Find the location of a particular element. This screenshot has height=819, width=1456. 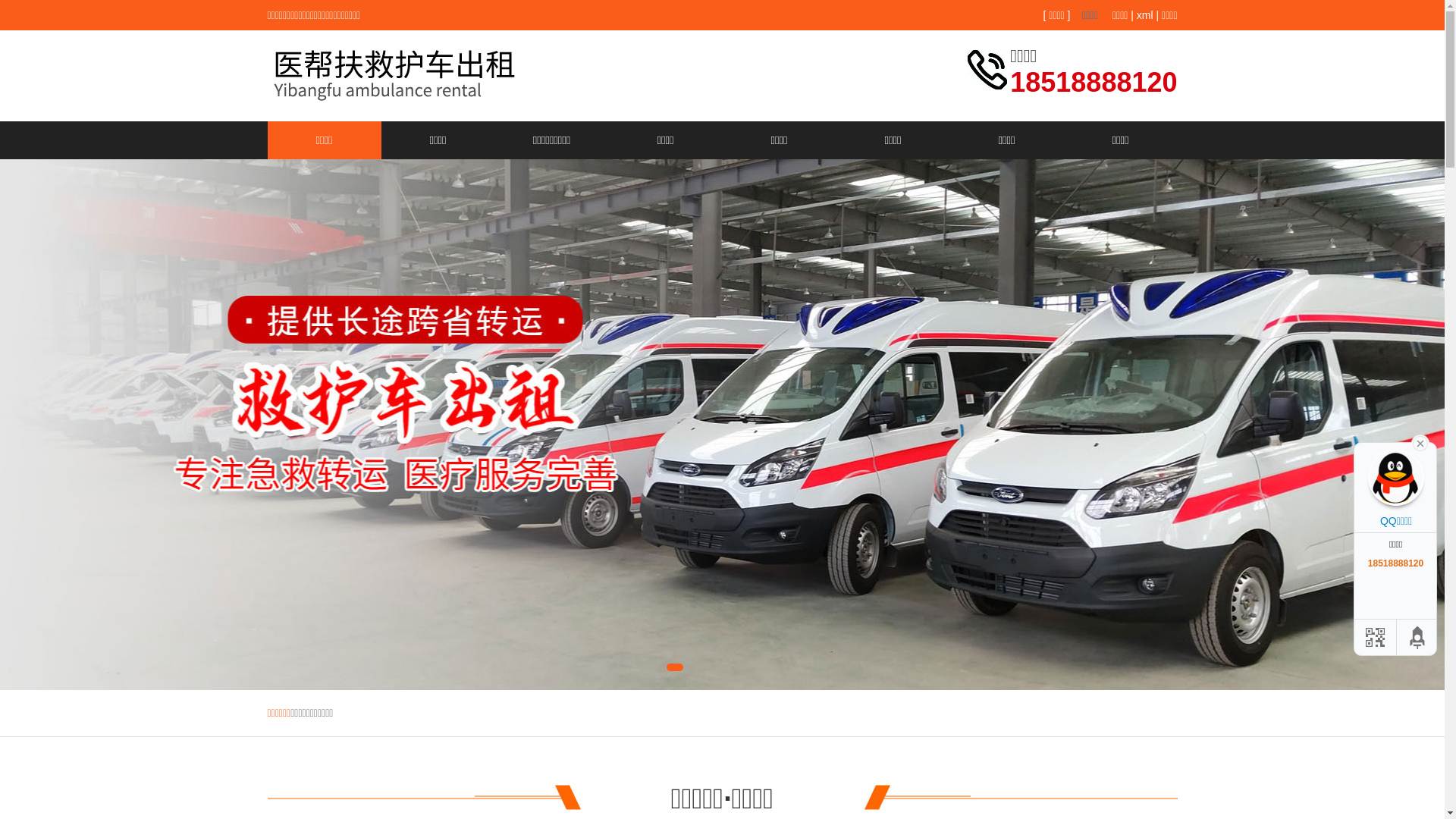

'xml' is located at coordinates (1136, 14).